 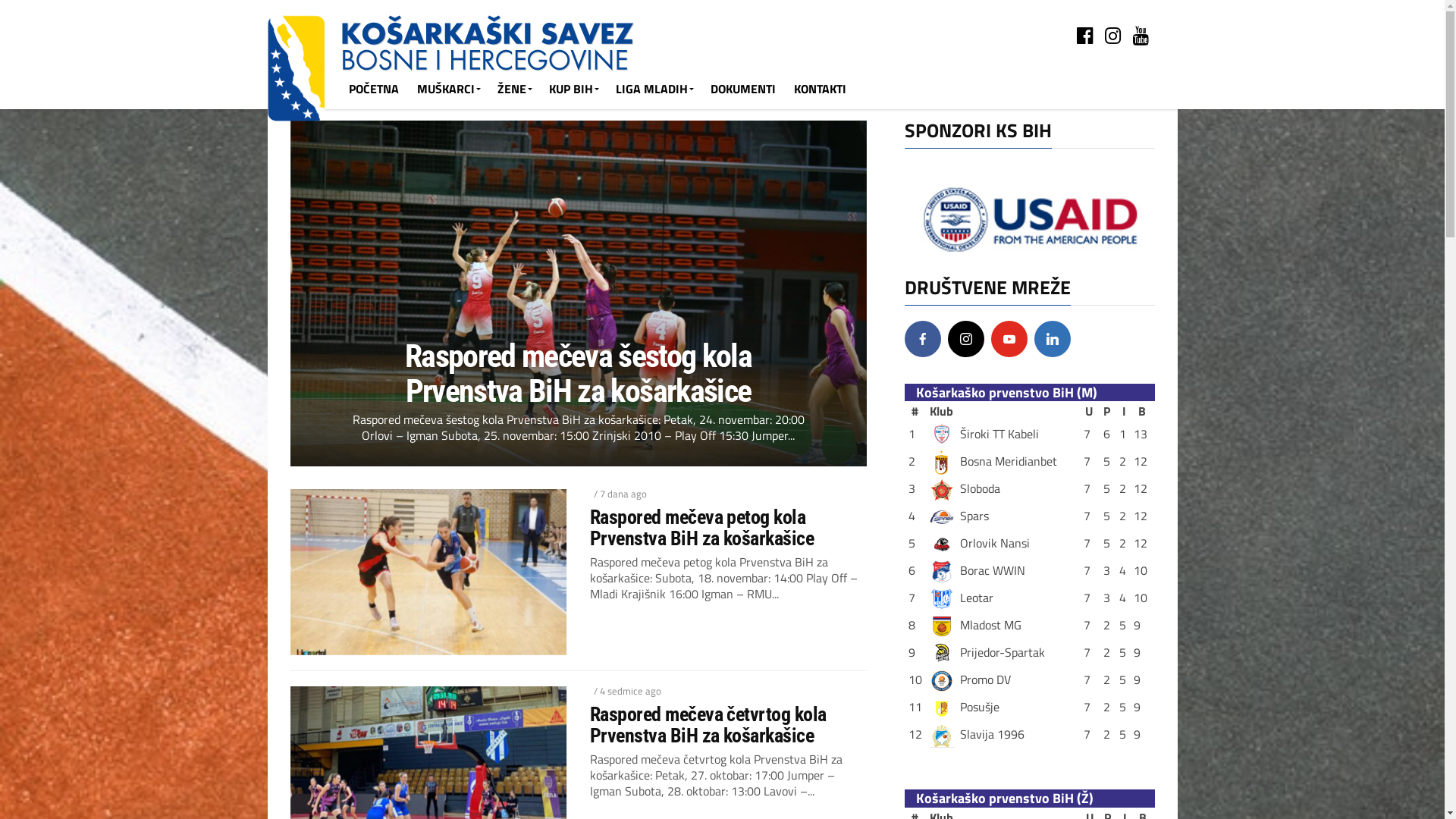 What do you see at coordinates (654, 88) in the screenshot?
I see `'LIGA MLADIH'` at bounding box center [654, 88].